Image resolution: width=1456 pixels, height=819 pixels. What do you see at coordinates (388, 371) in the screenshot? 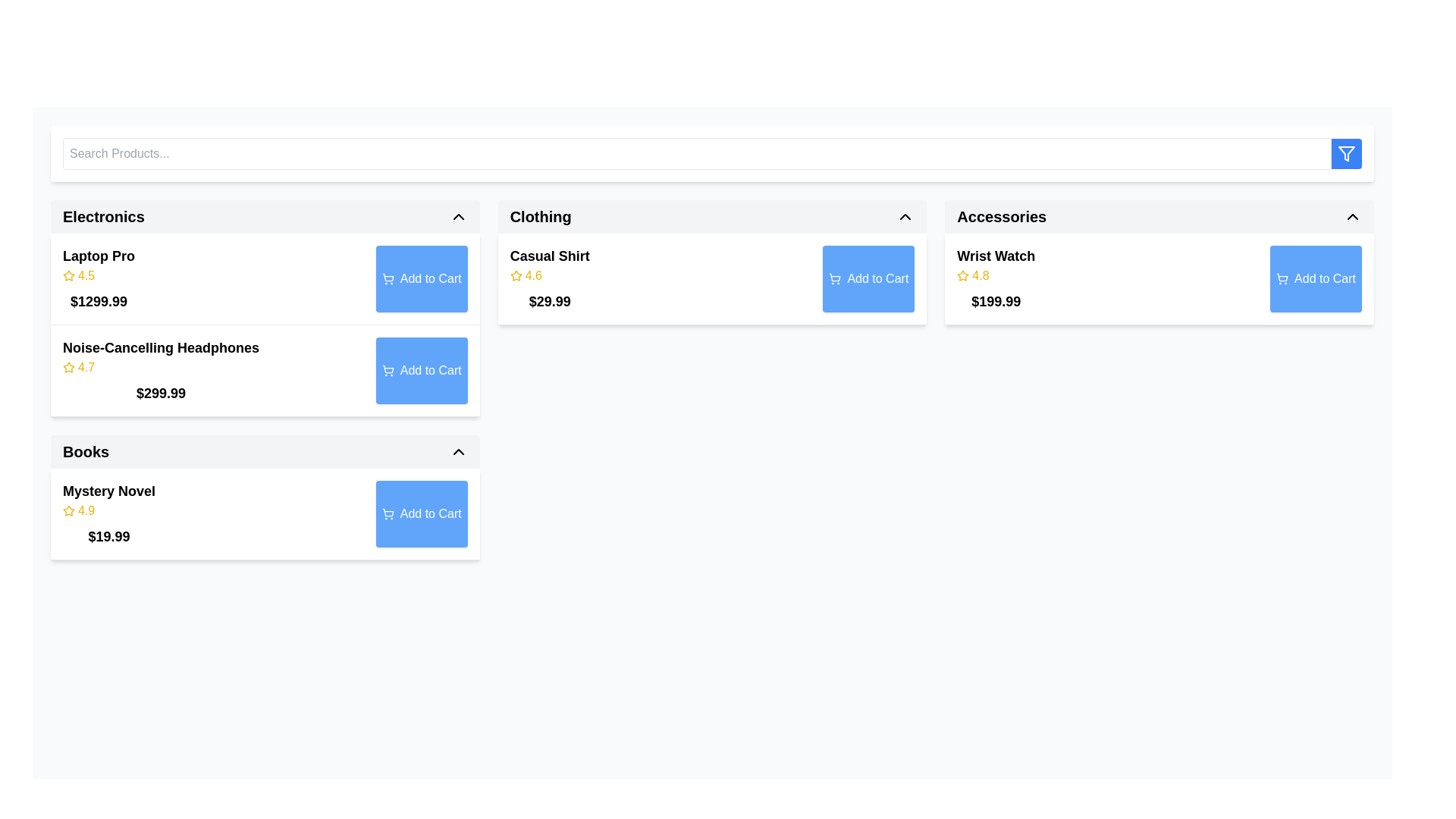
I see `the shopping cart icon with a minimalist outline design, which is part of the 'Add to Cart' button under the 'Noise-Cancelling Headphones' product listing` at bounding box center [388, 371].